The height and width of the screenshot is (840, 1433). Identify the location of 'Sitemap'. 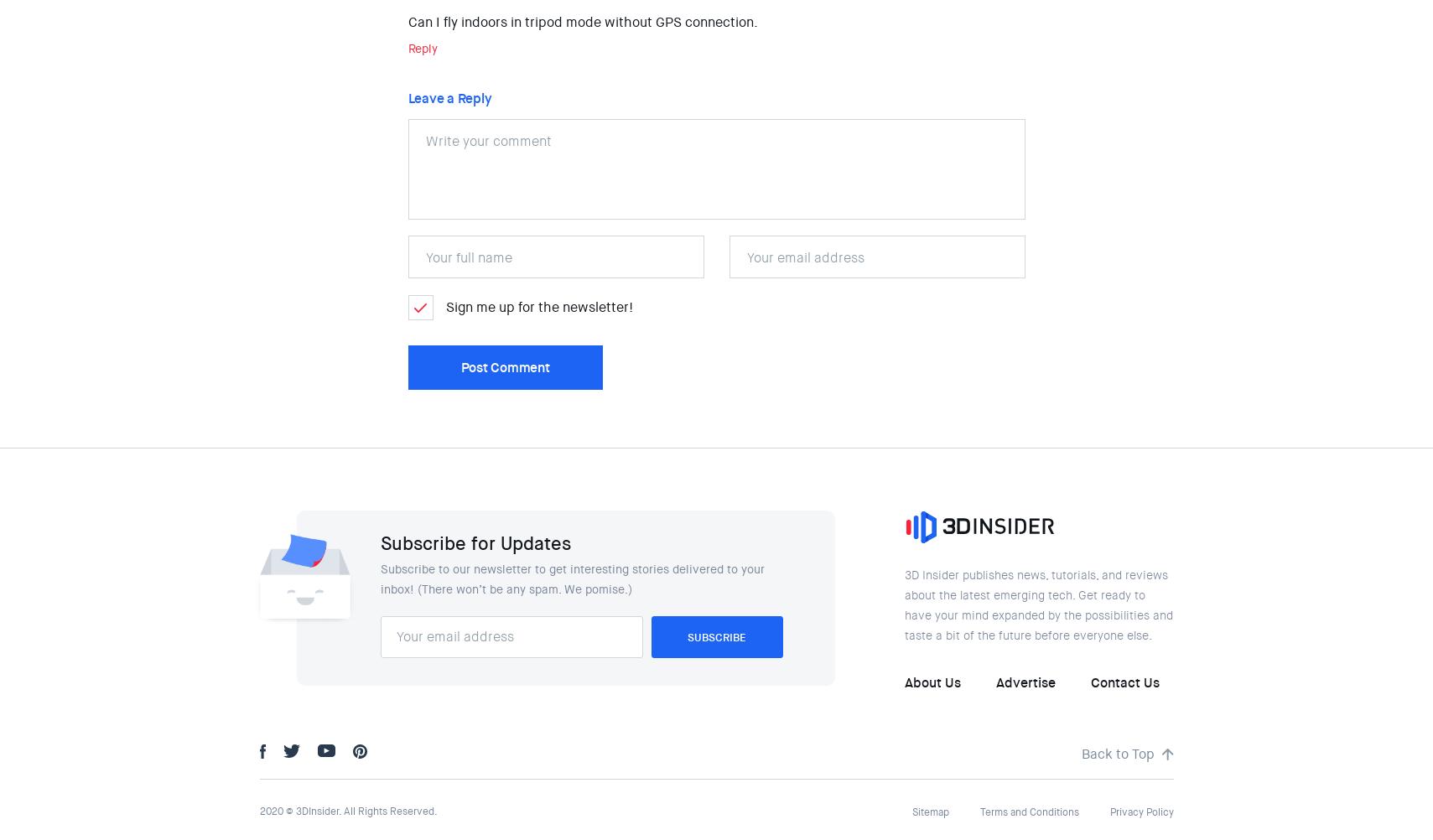
(929, 811).